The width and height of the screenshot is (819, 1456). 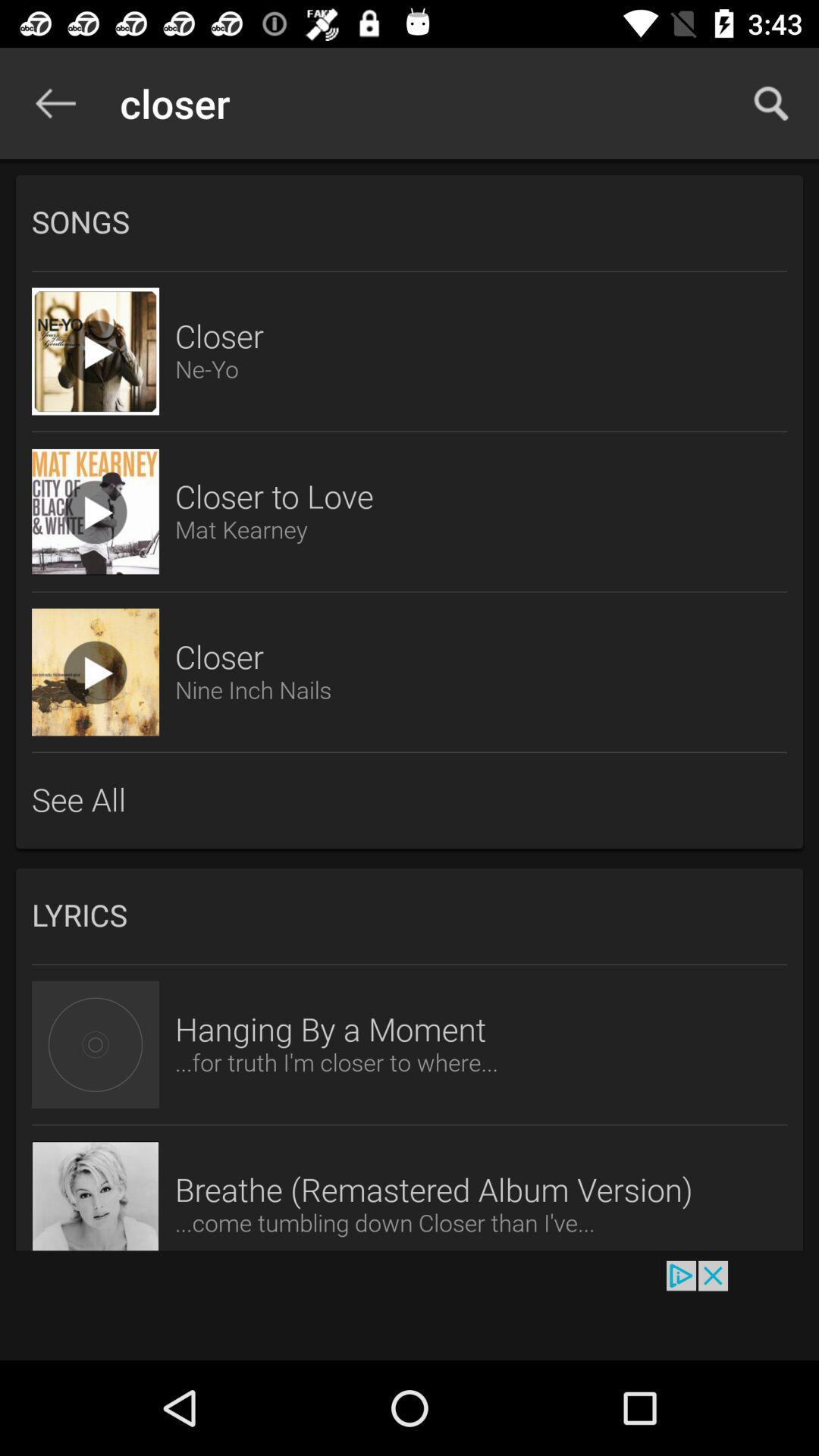 What do you see at coordinates (771, 102) in the screenshot?
I see `the item above the songs icon` at bounding box center [771, 102].